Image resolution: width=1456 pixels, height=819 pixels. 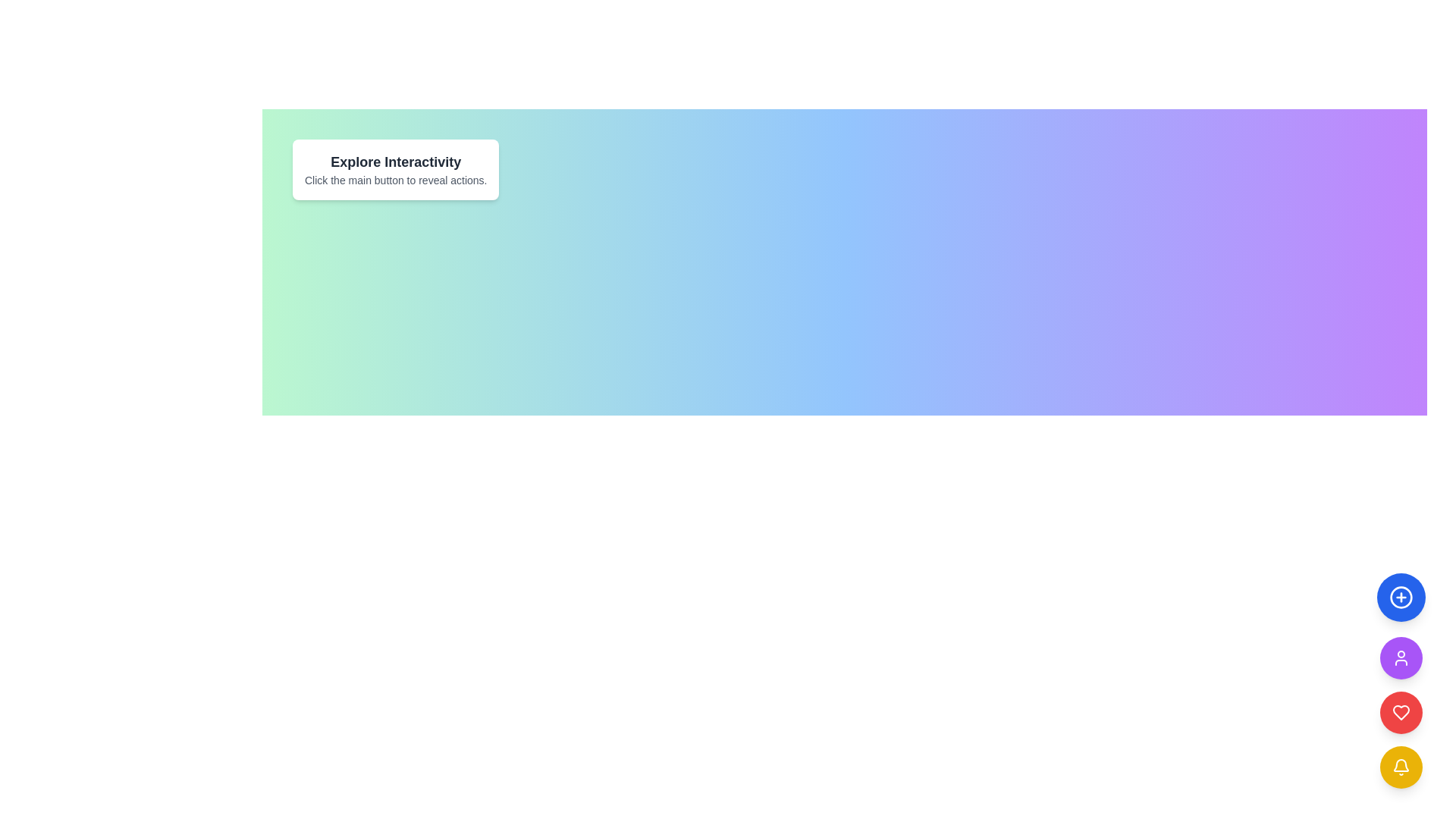 What do you see at coordinates (396, 180) in the screenshot?
I see `the static text label that provides supplementary information instructing users to click a button, located below the header 'Explore Interactivity' in the upper-middle section of the interface` at bounding box center [396, 180].